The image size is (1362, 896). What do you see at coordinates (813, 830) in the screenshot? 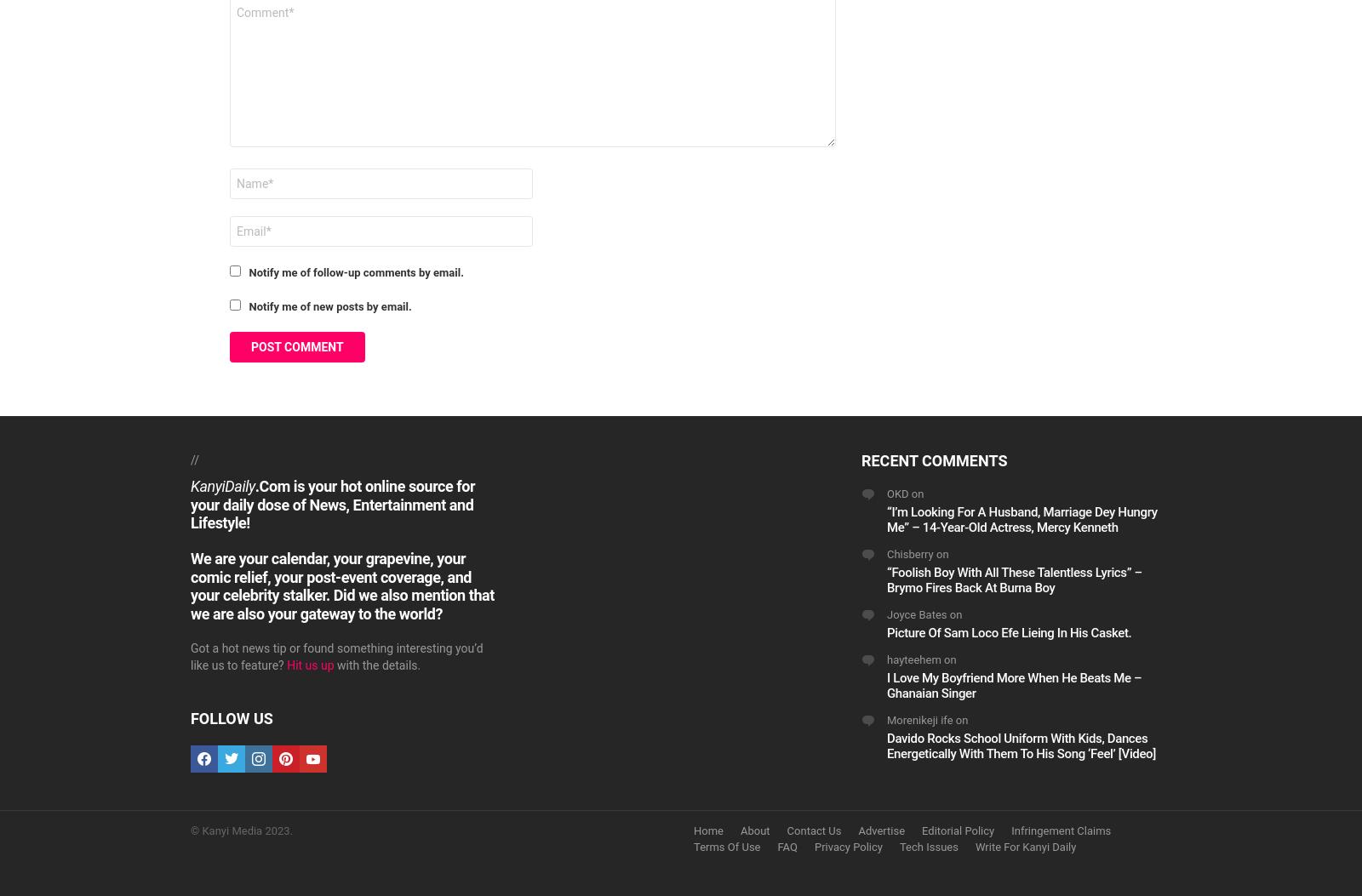
I see `'Contact Us'` at bounding box center [813, 830].